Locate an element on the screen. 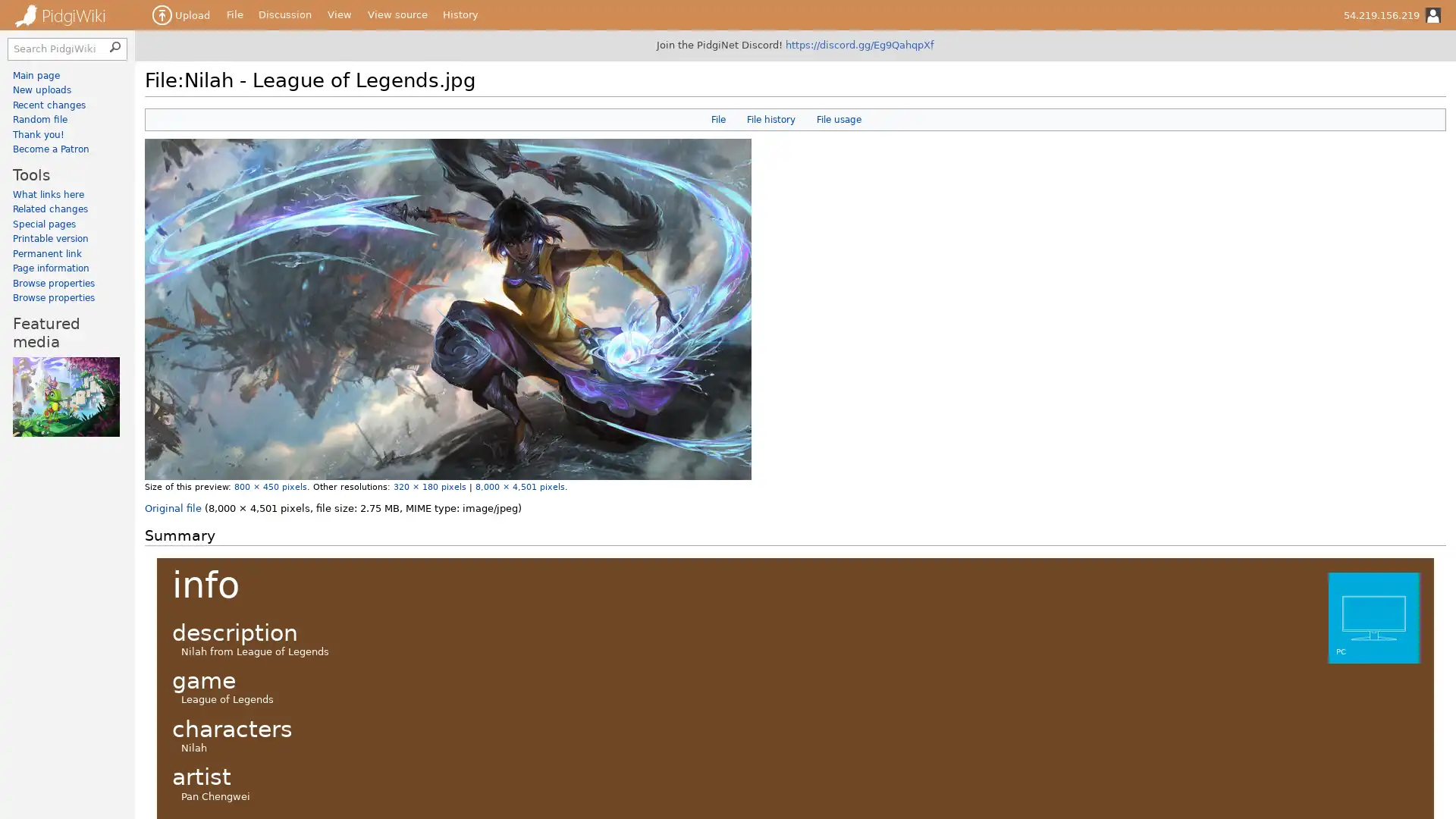  Search is located at coordinates (116, 45).